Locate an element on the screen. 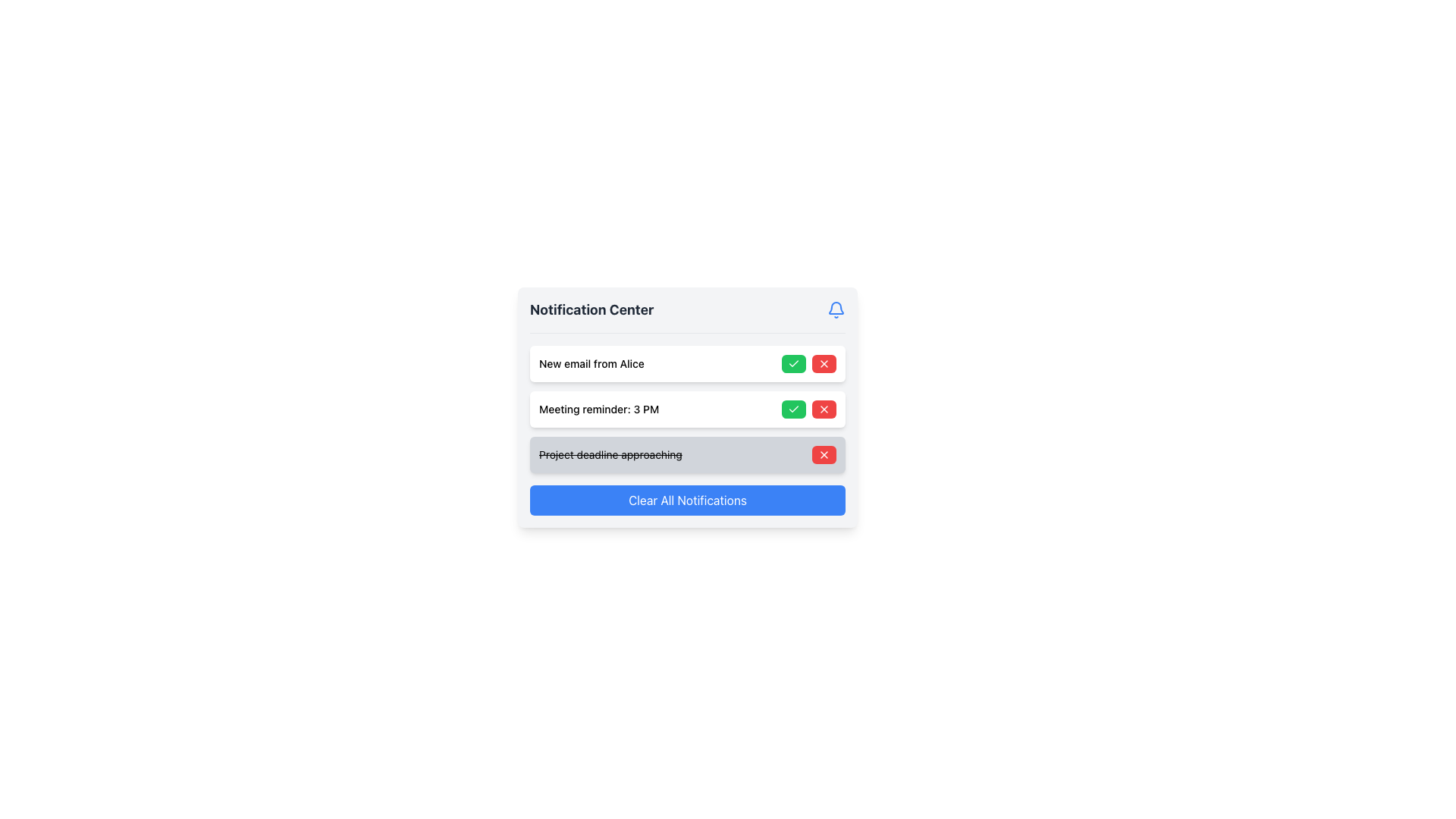  the green button on each notification item within the Notification Center to mark it as acknowledged is located at coordinates (687, 406).